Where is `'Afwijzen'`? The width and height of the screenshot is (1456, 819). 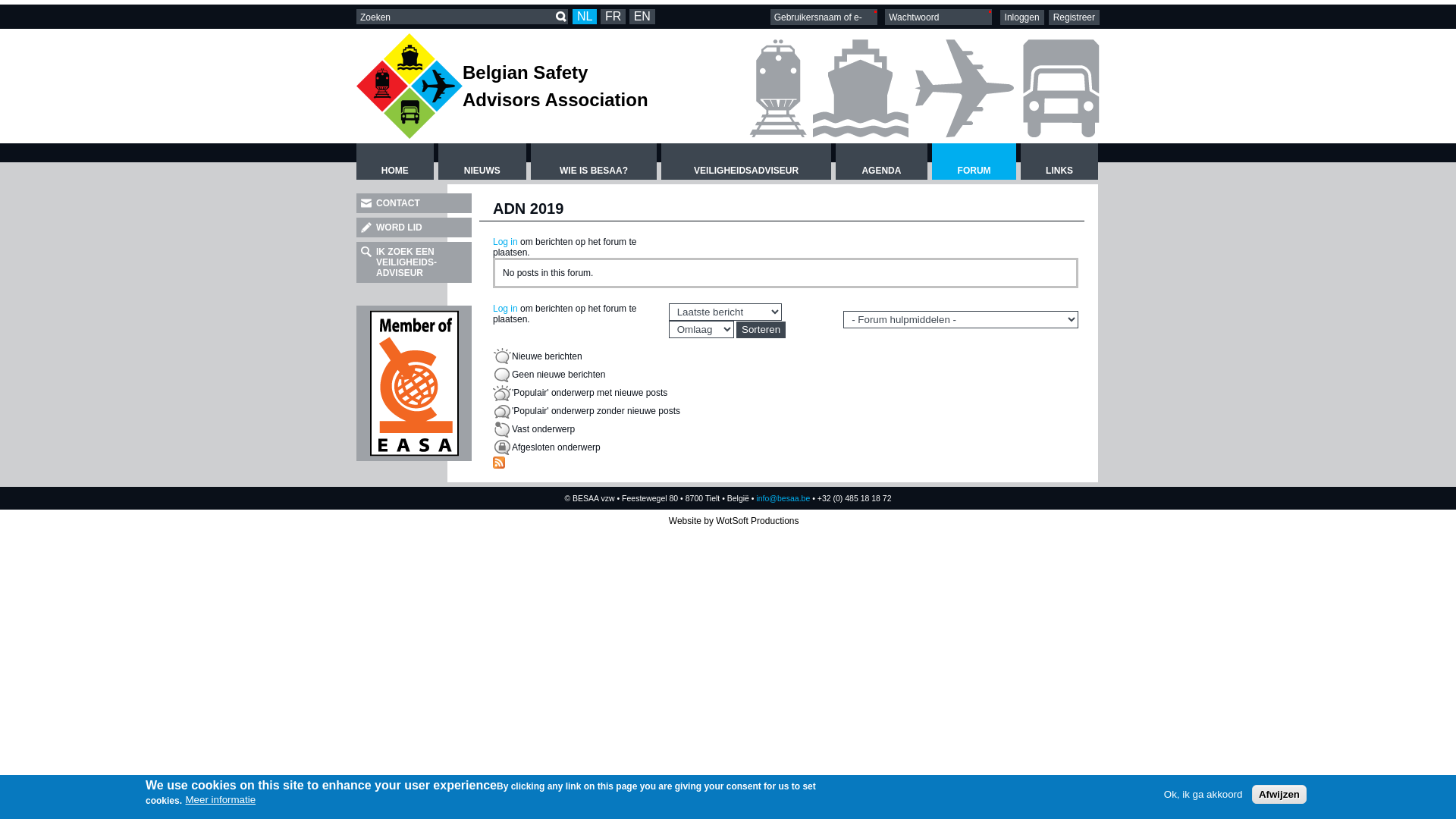
'Afwijzen' is located at coordinates (1278, 793).